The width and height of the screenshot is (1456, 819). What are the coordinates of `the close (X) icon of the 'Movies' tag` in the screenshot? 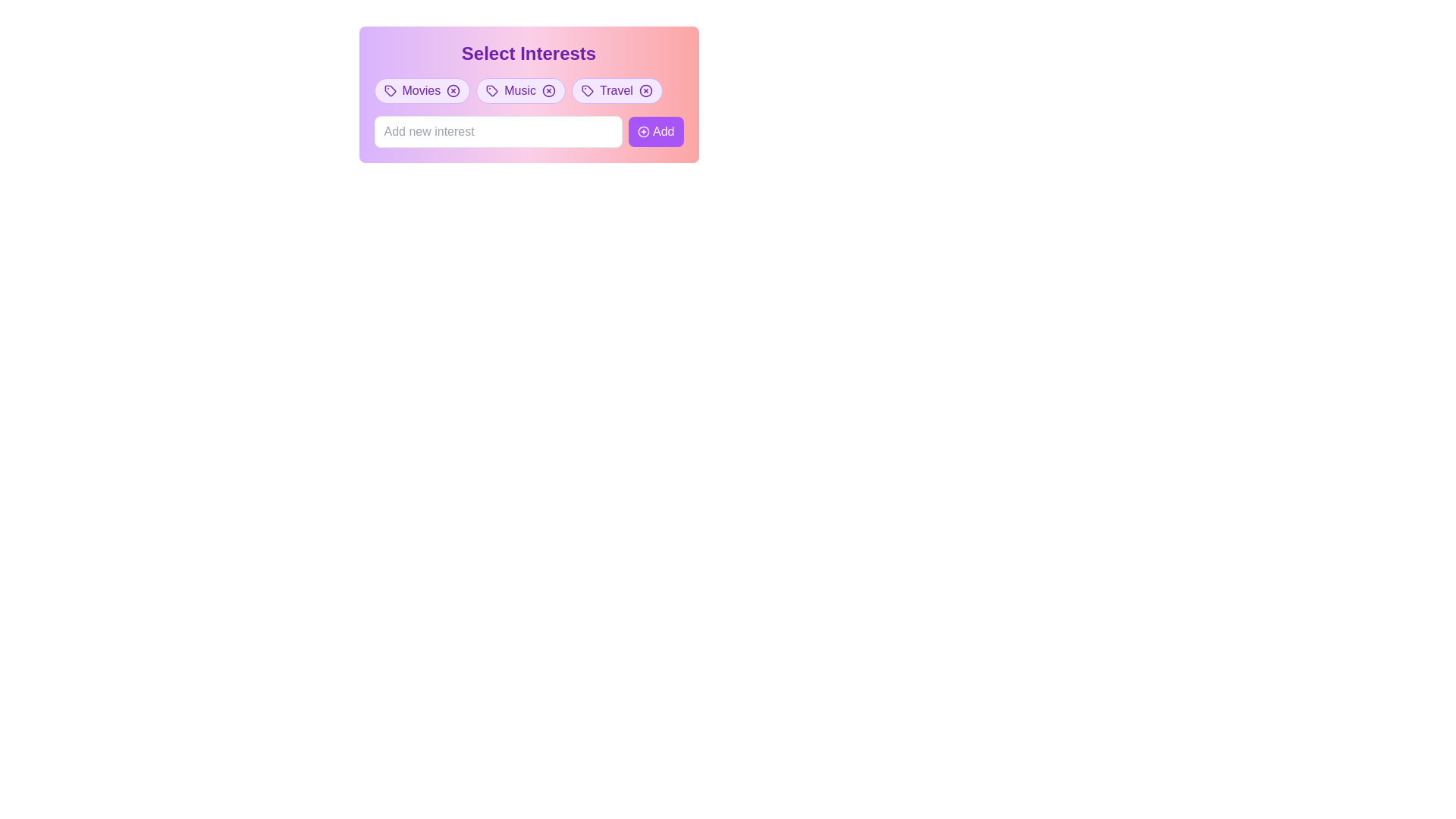 It's located at (422, 90).